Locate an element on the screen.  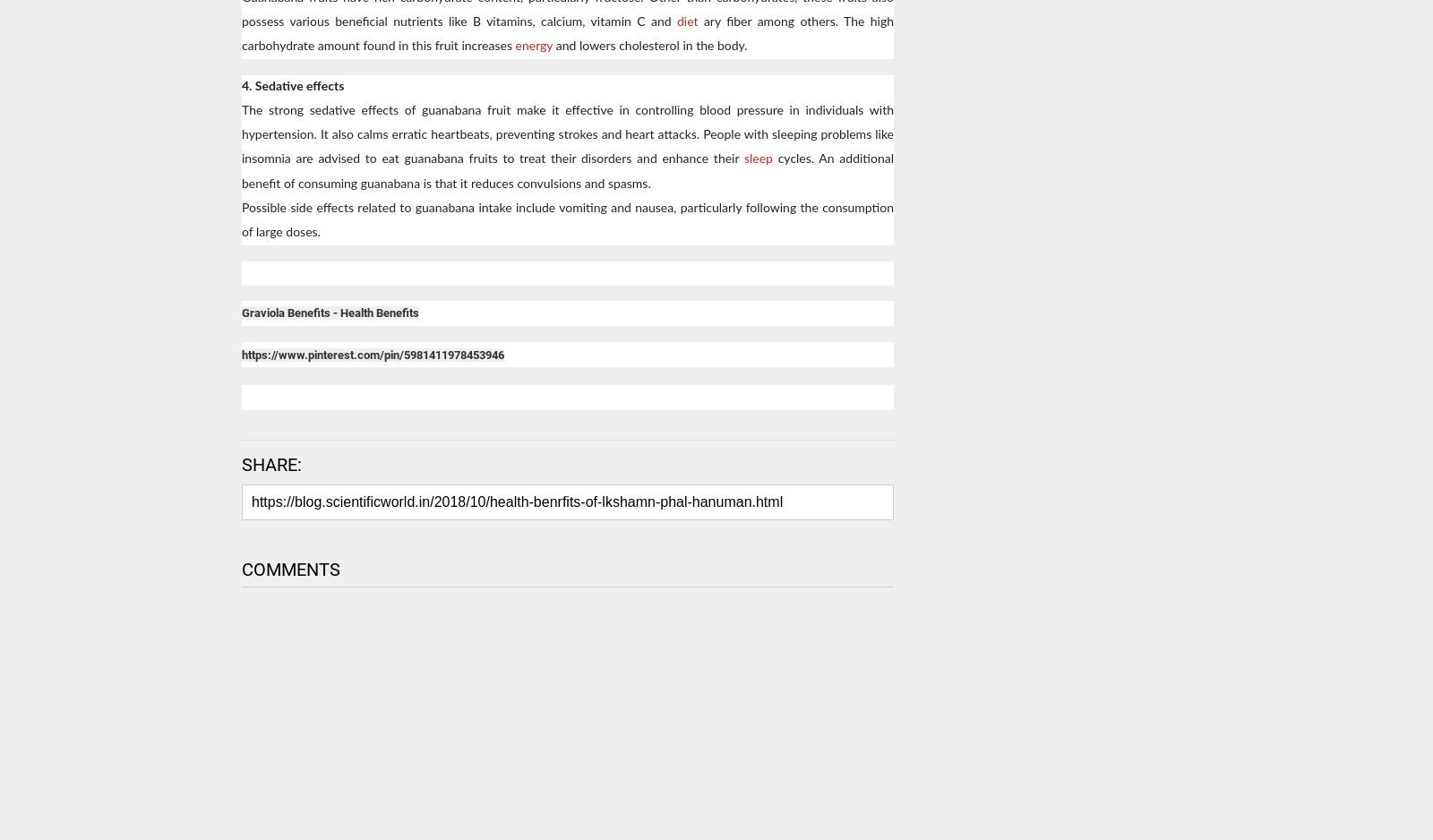
'SHARE:' is located at coordinates (242, 462).